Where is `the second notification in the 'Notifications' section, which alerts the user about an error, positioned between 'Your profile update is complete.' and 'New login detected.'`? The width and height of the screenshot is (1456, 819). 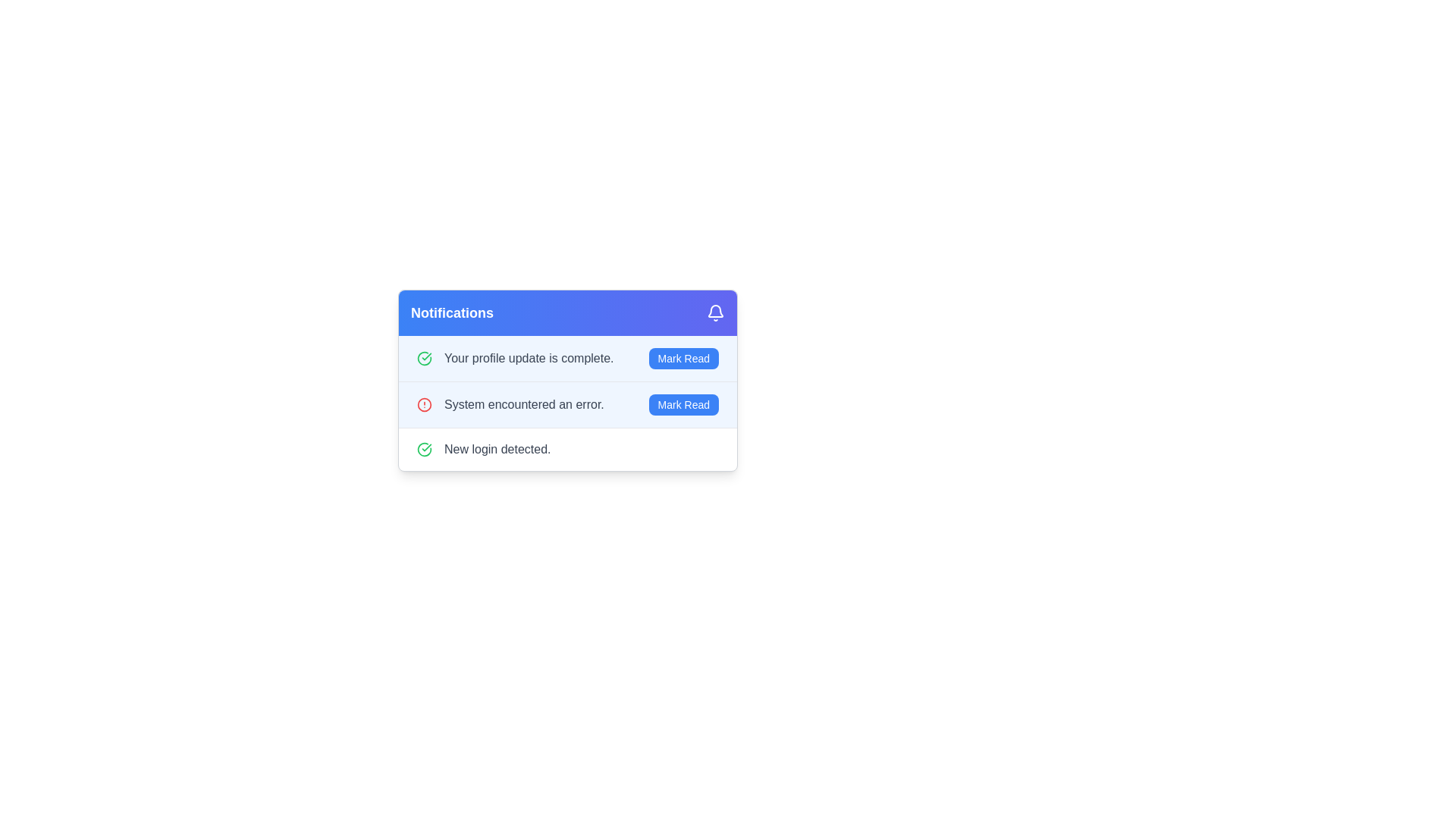
the second notification in the 'Notifications' section, which alerts the user about an error, positioned between 'Your profile update is complete.' and 'New login detected.' is located at coordinates (510, 403).